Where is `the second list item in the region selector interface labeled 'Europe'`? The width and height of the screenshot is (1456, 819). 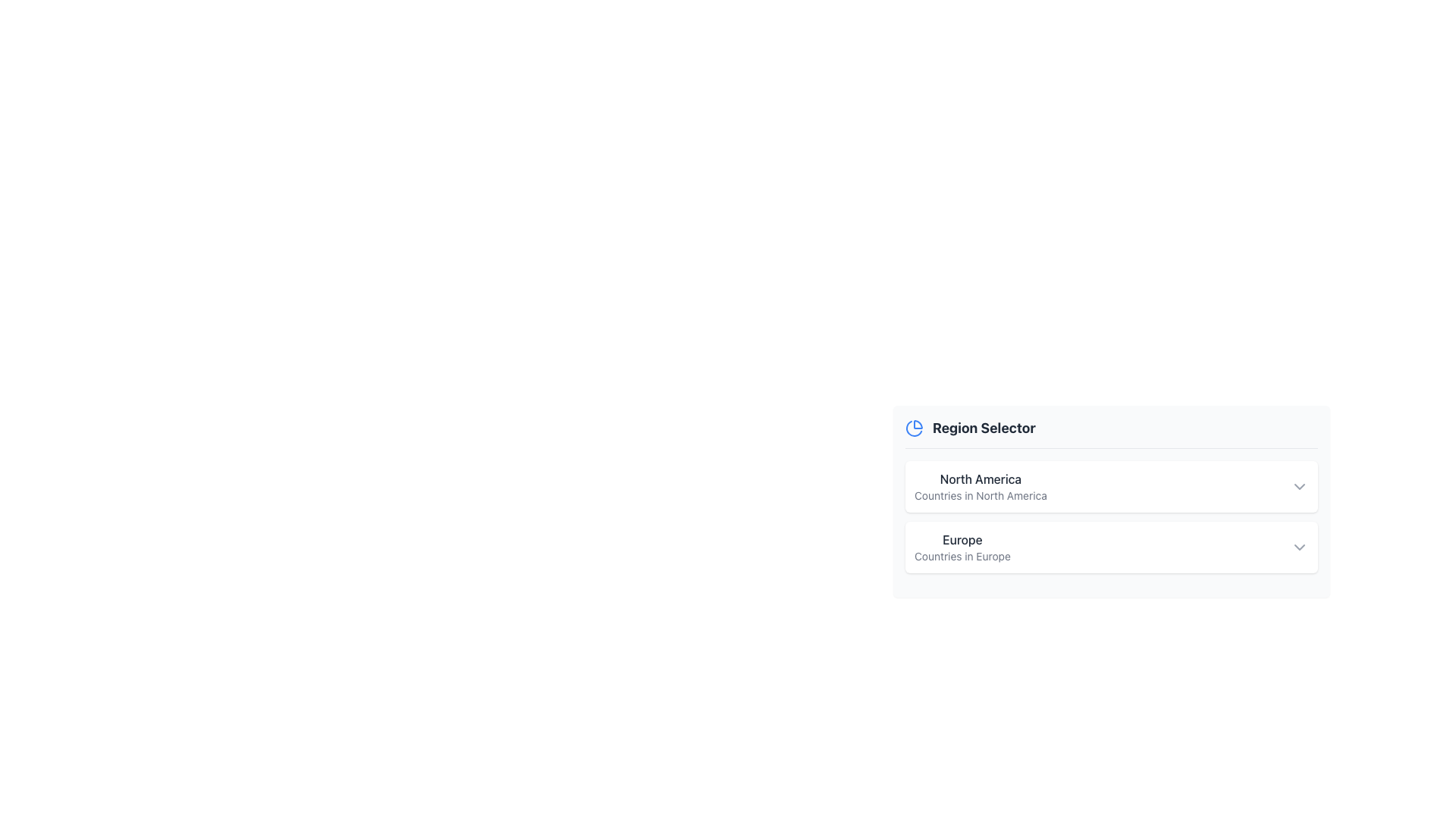 the second list item in the region selector interface labeled 'Europe' is located at coordinates (1111, 547).